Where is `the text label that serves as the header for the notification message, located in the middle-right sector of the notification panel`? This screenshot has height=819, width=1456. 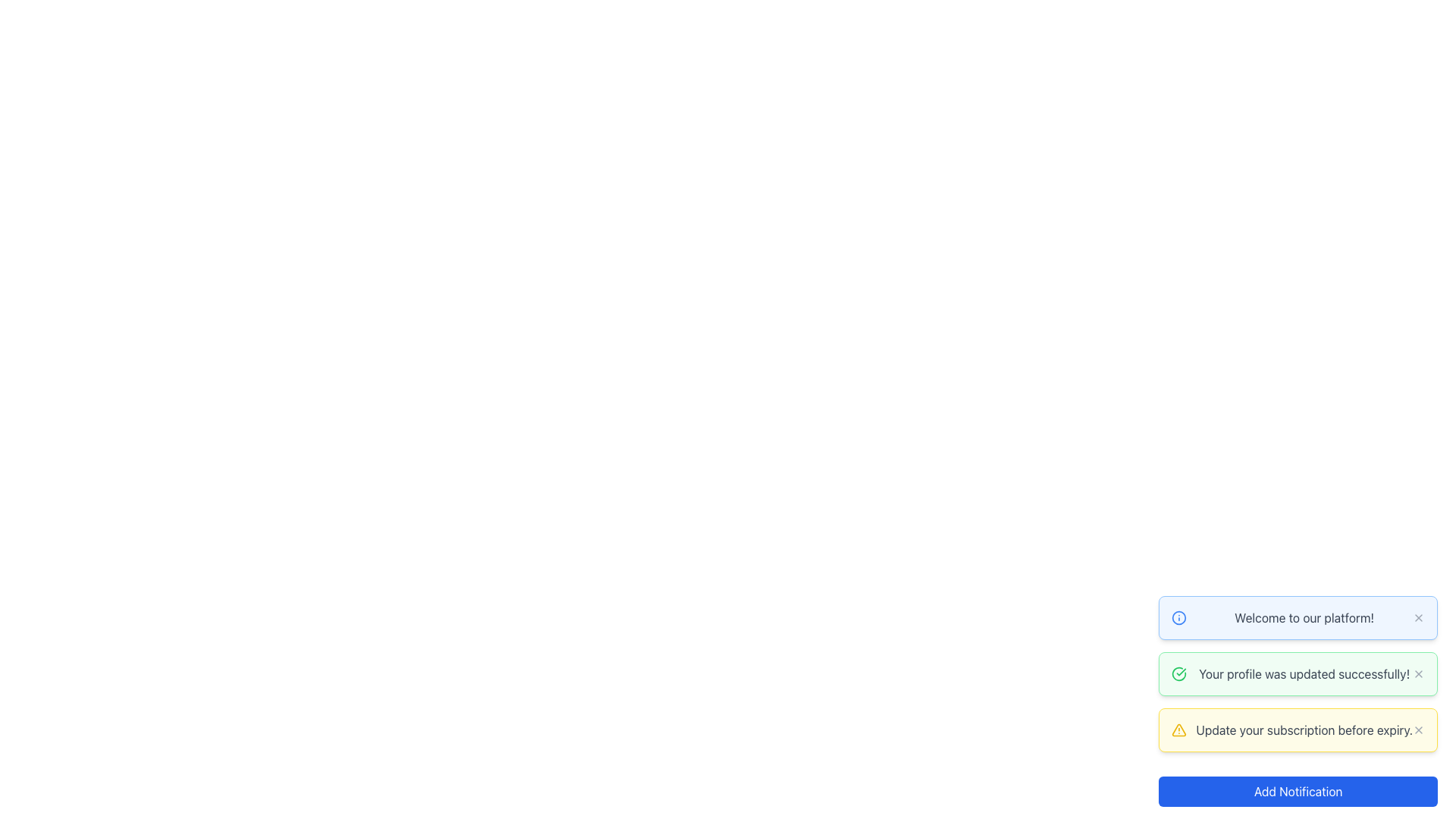 the text label that serves as the header for the notification message, located in the middle-right sector of the notification panel is located at coordinates (1304, 617).